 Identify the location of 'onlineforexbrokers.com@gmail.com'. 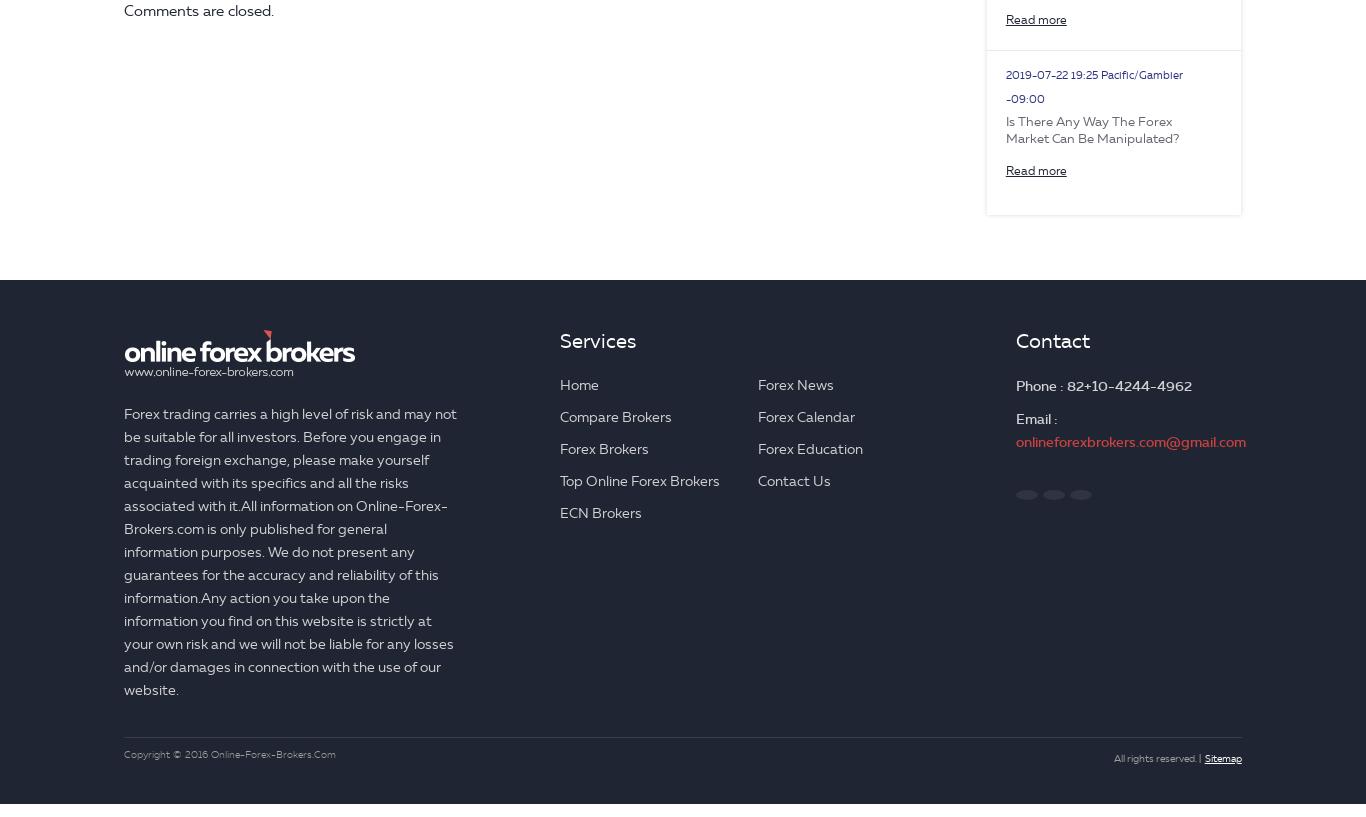
(1014, 441).